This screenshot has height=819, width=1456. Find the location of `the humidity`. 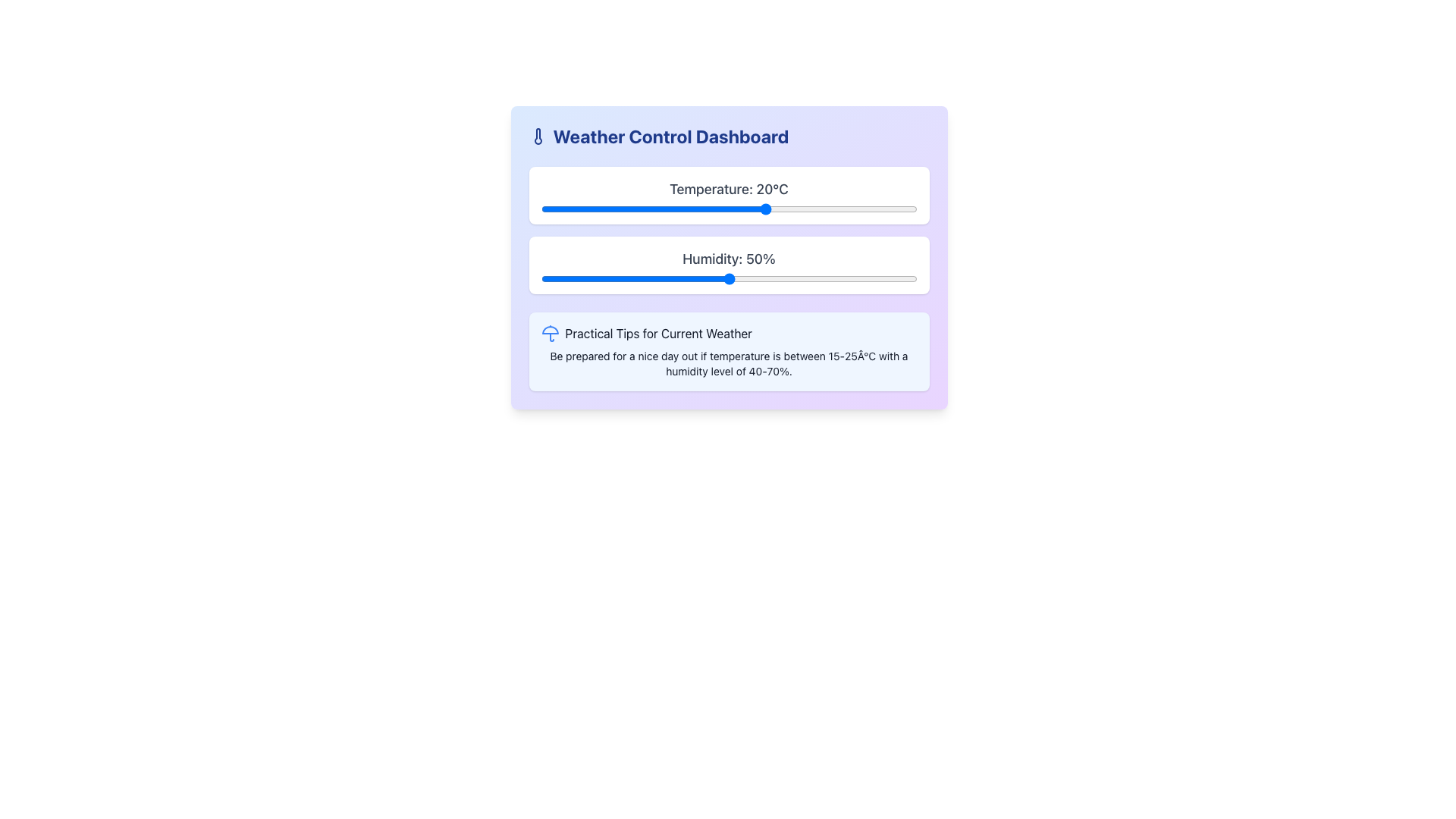

the humidity is located at coordinates (905, 278).